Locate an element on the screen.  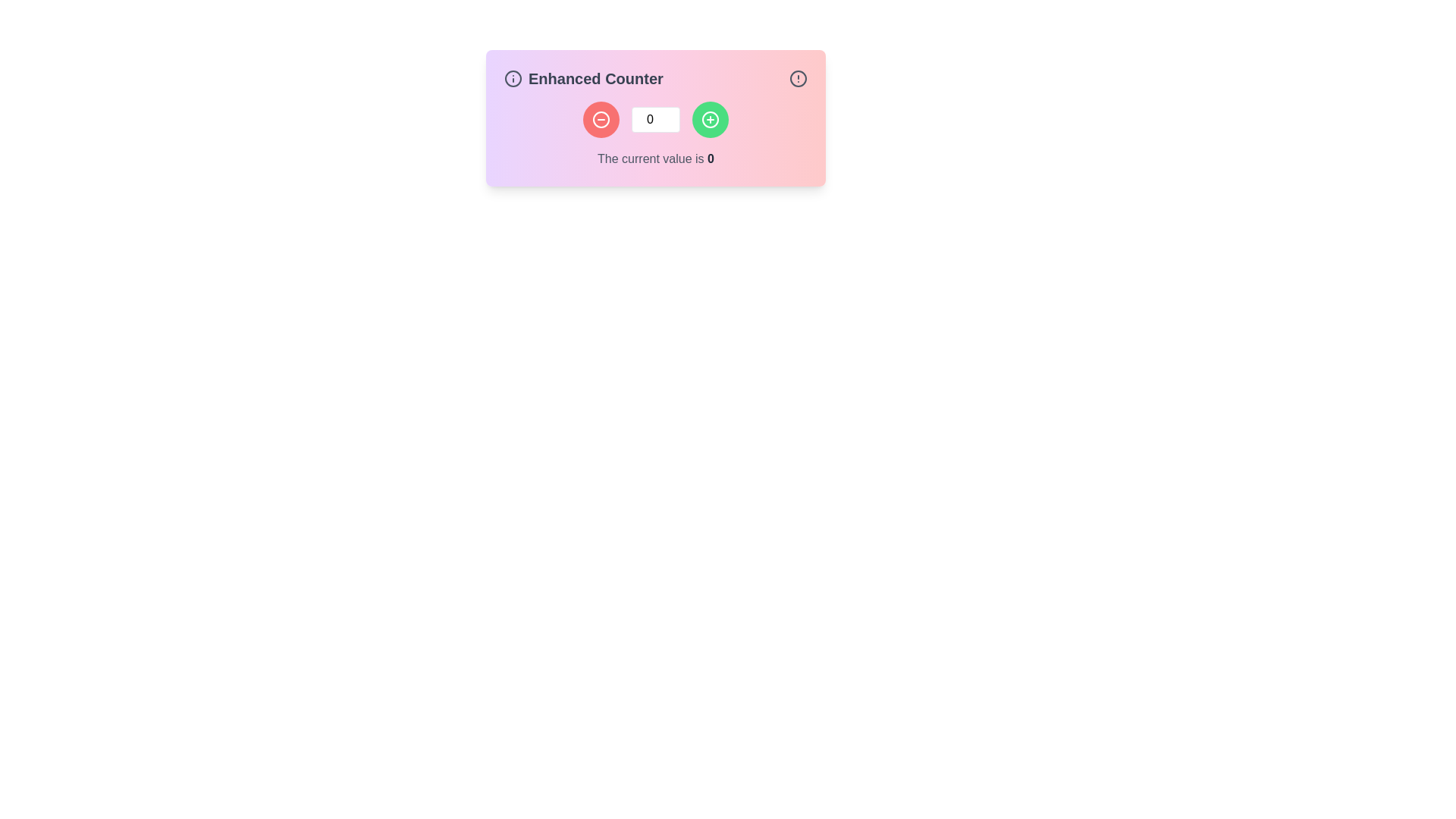
the gray circular information icon with an 'i' symbol located to the left of the text 'Enhanced Counter' is located at coordinates (513, 79).